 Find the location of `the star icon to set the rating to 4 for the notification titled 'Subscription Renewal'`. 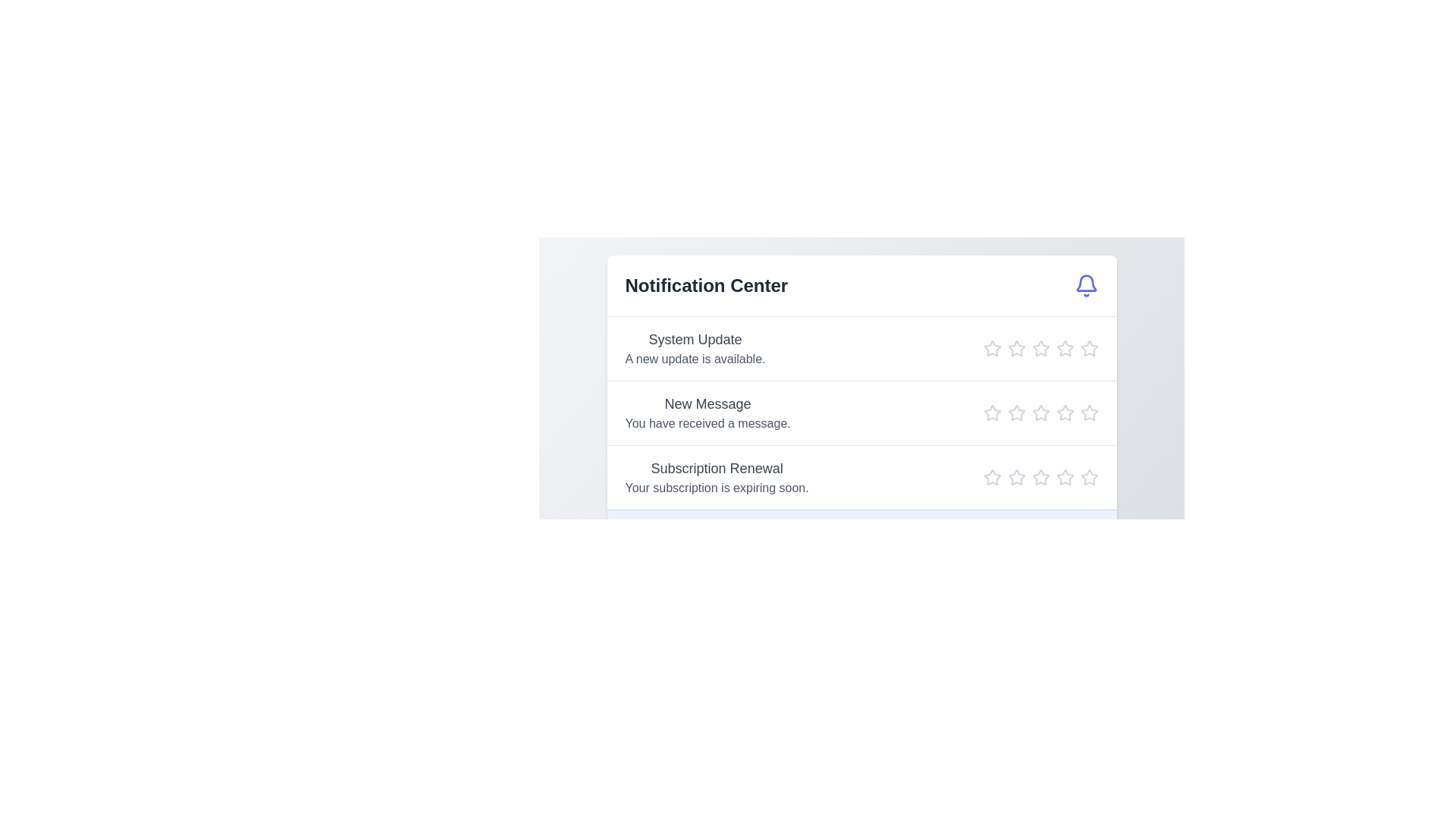

the star icon to set the rating to 4 for the notification titled 'Subscription Renewal' is located at coordinates (1064, 476).